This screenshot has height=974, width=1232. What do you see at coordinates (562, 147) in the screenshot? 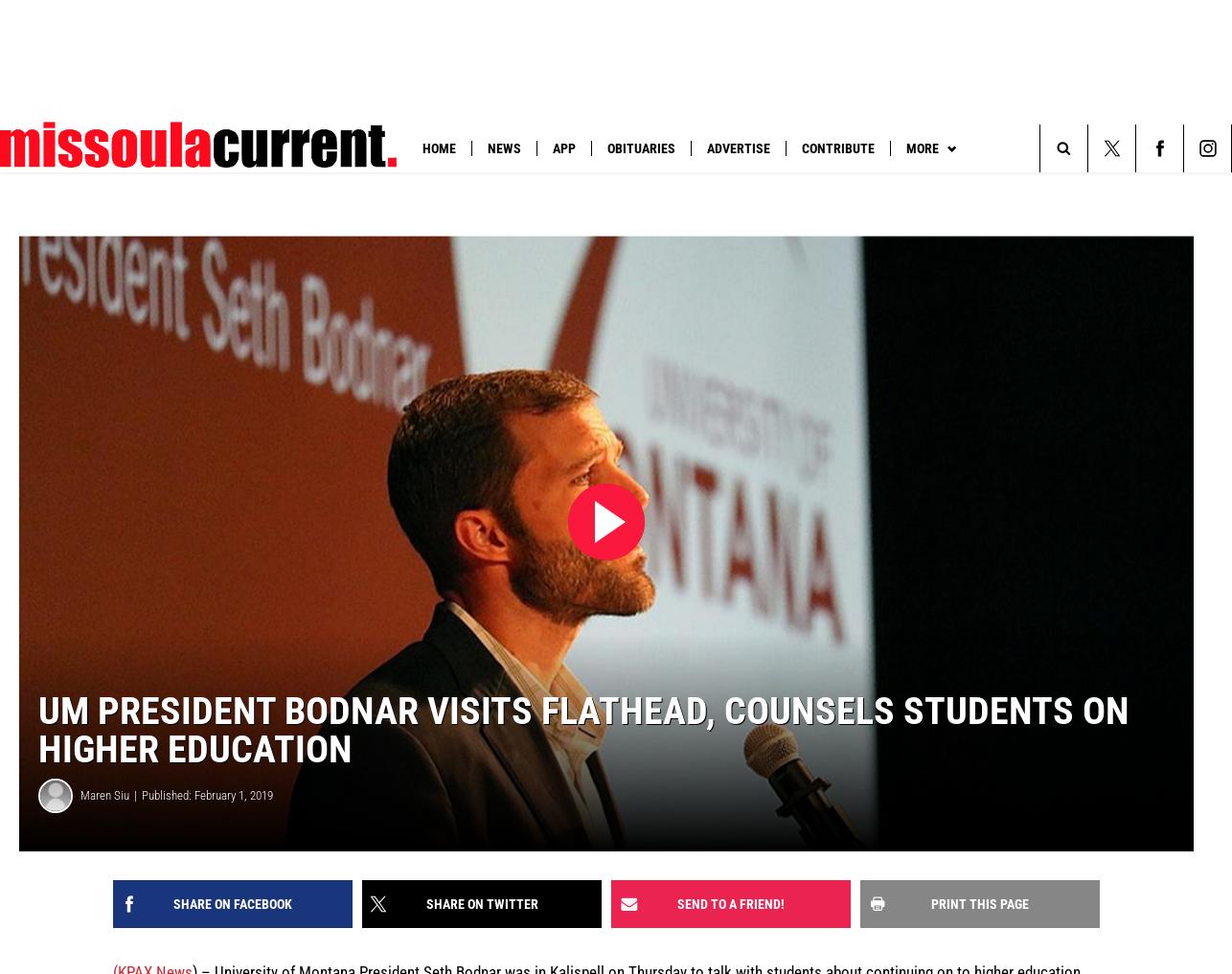
I see `'App'` at bounding box center [562, 147].